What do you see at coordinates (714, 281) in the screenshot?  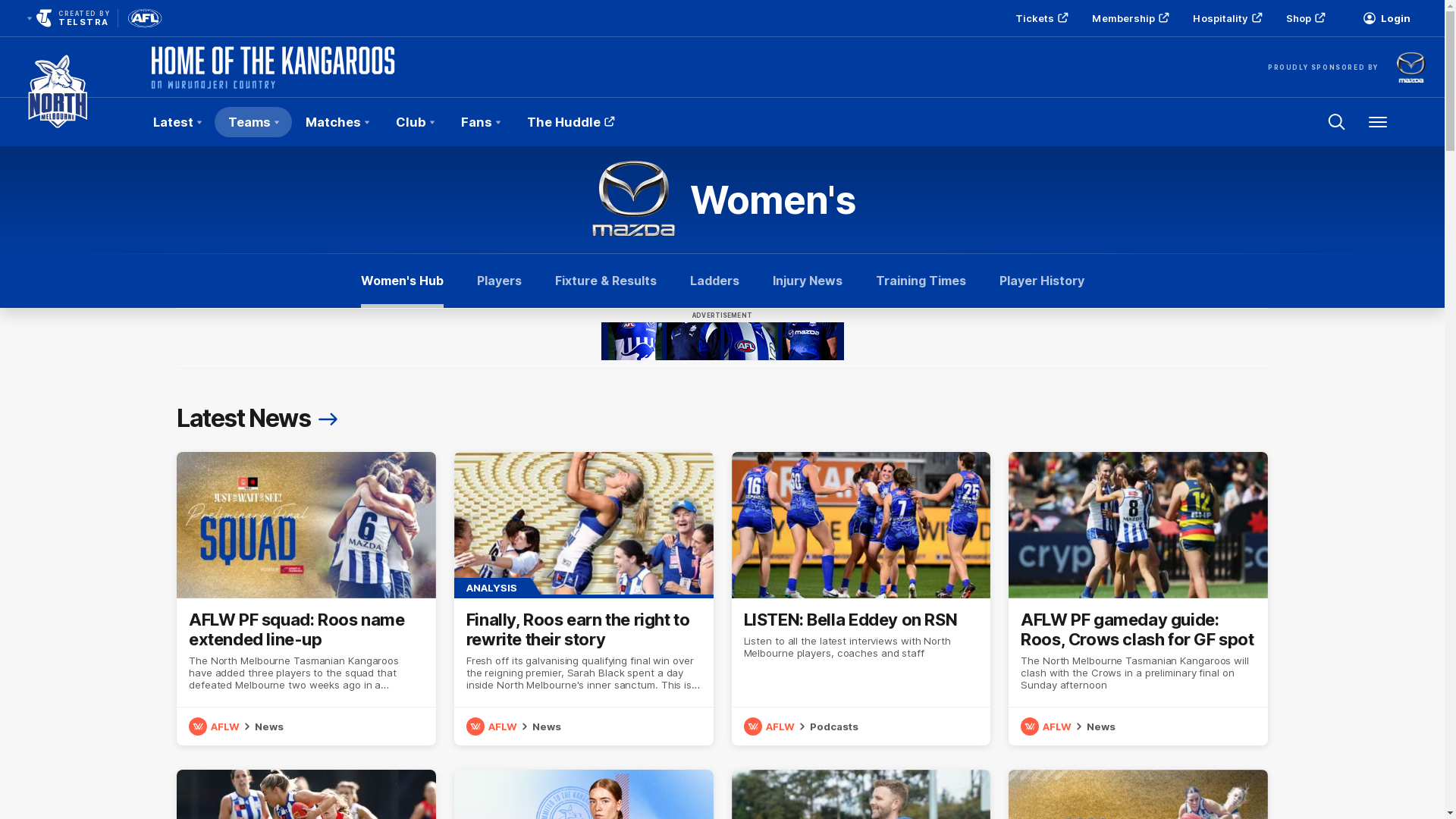 I see `'Ladders'` at bounding box center [714, 281].